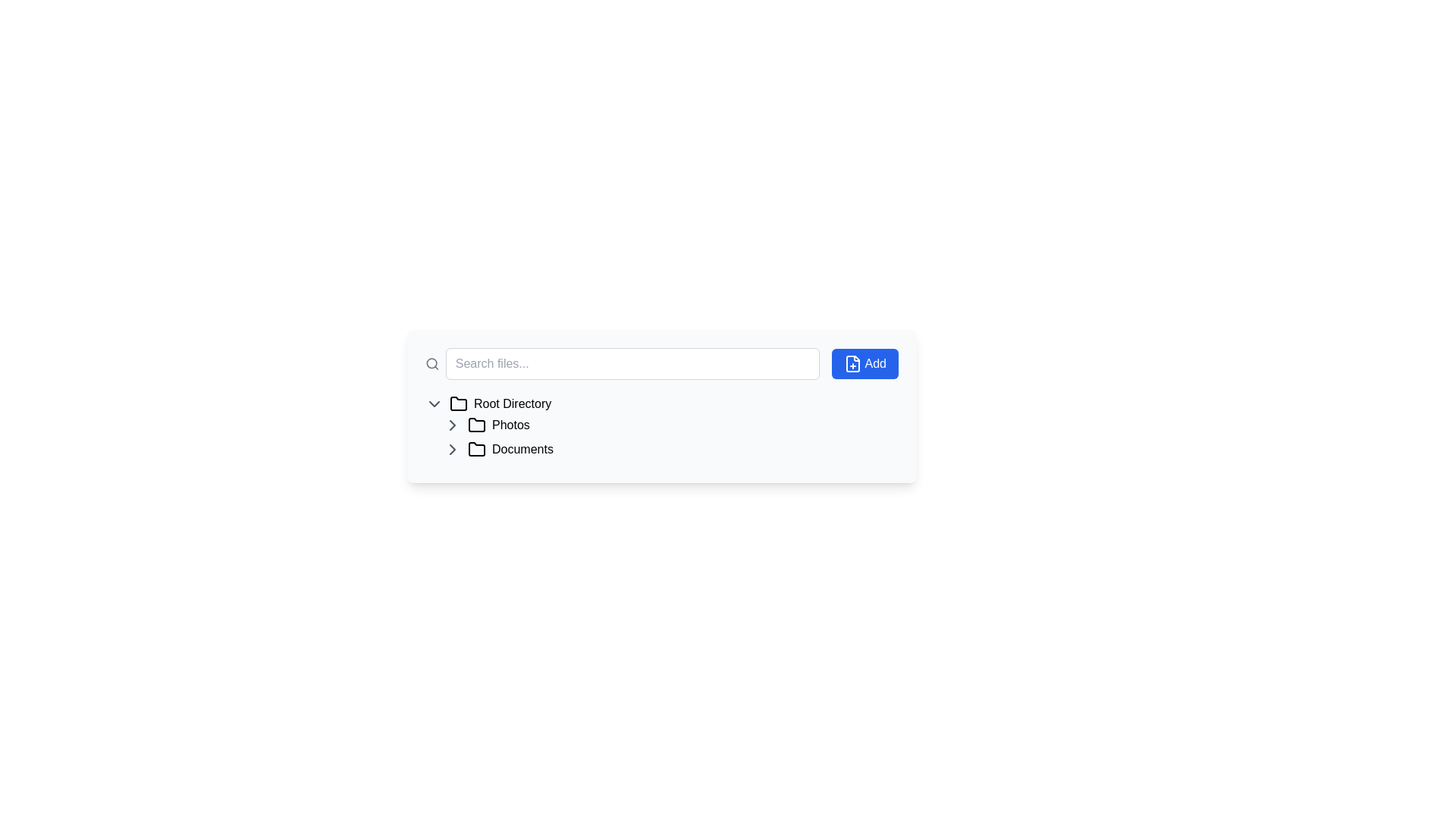  I want to click on the folder icon representing the 'Documents' directory, which is located slightly to the left of the 'Documents' label in a list structure, so click(475, 449).